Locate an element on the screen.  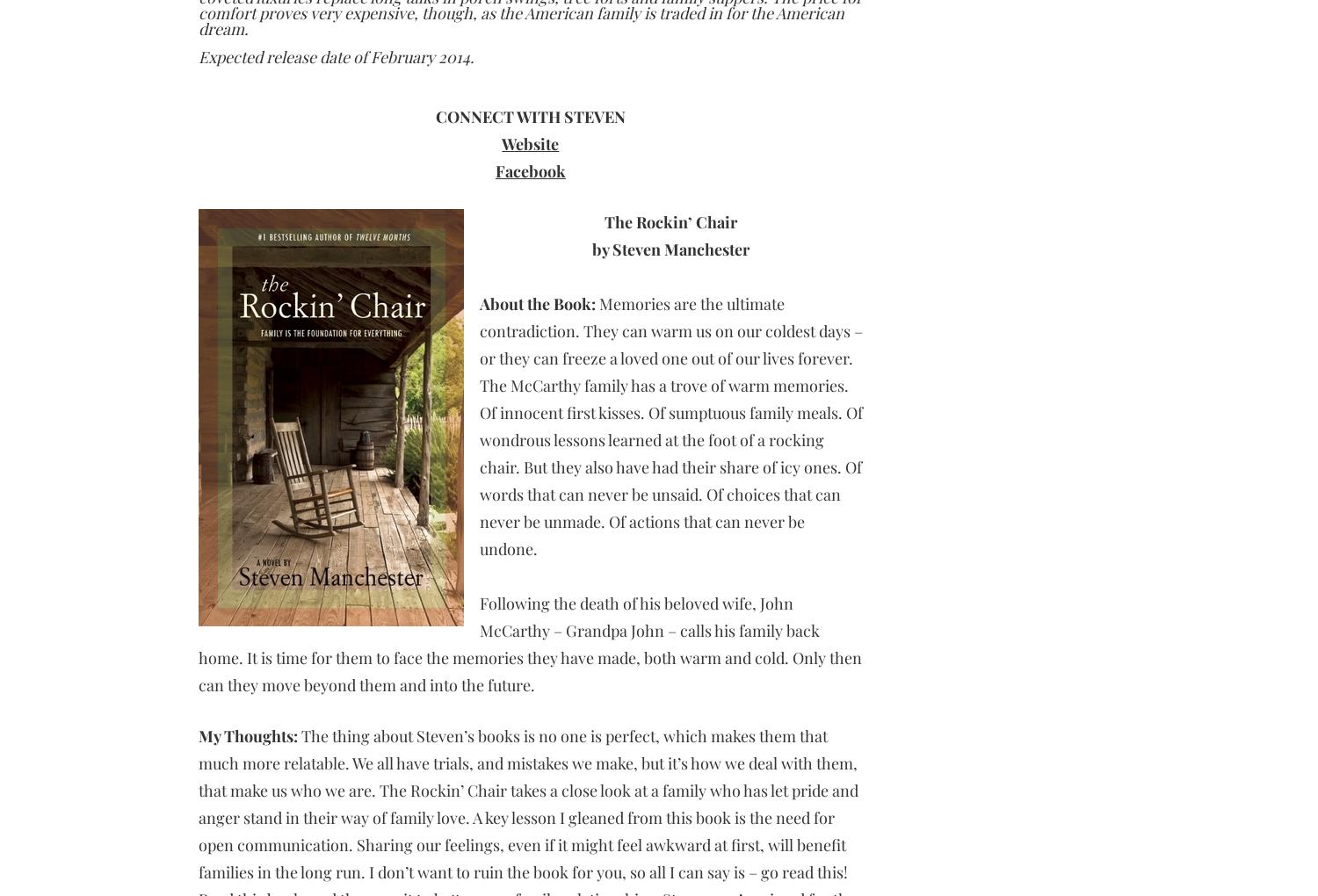
'Expected release date of February 2014.' is located at coordinates (336, 55).